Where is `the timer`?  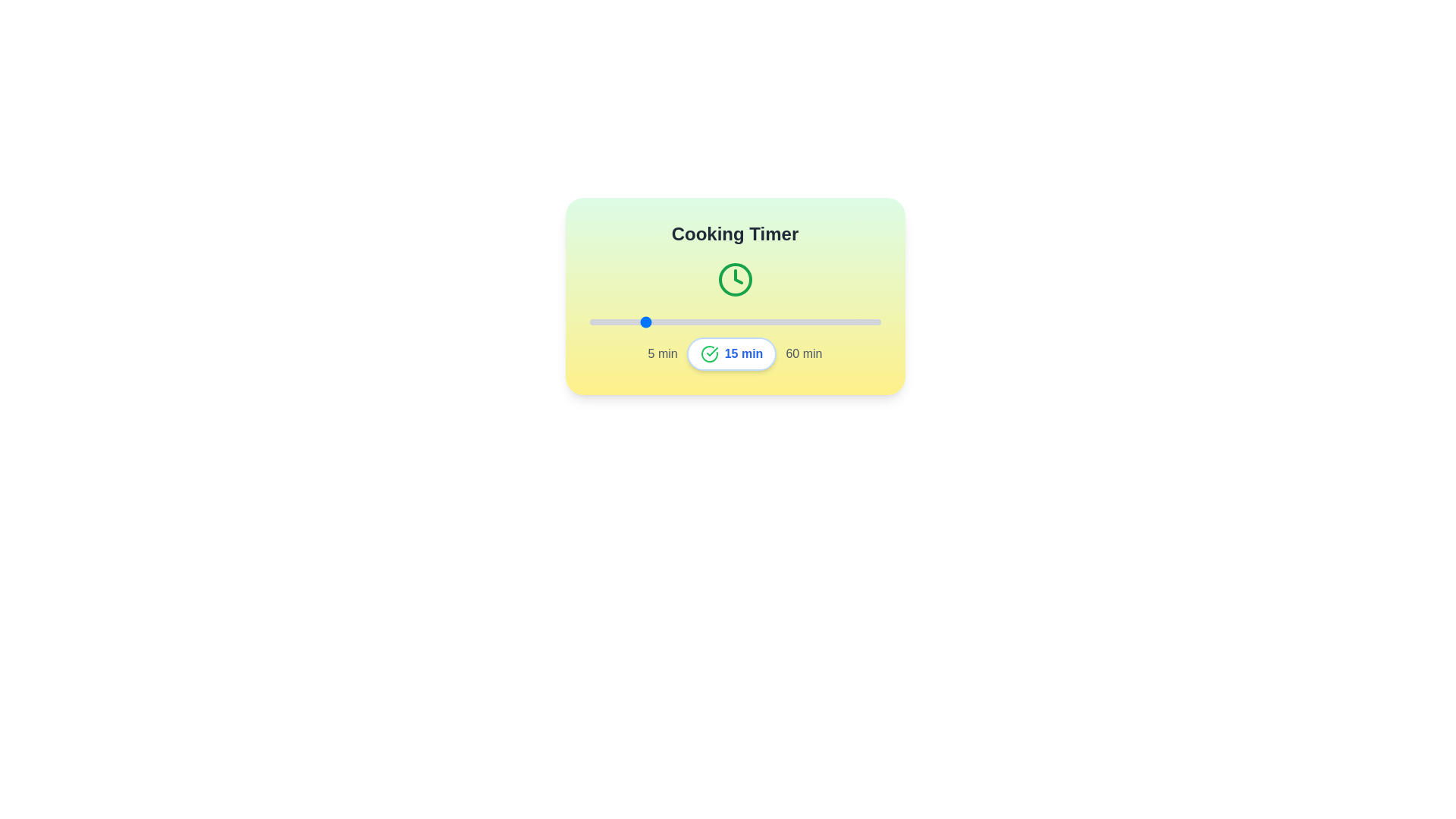
the timer is located at coordinates (748, 321).